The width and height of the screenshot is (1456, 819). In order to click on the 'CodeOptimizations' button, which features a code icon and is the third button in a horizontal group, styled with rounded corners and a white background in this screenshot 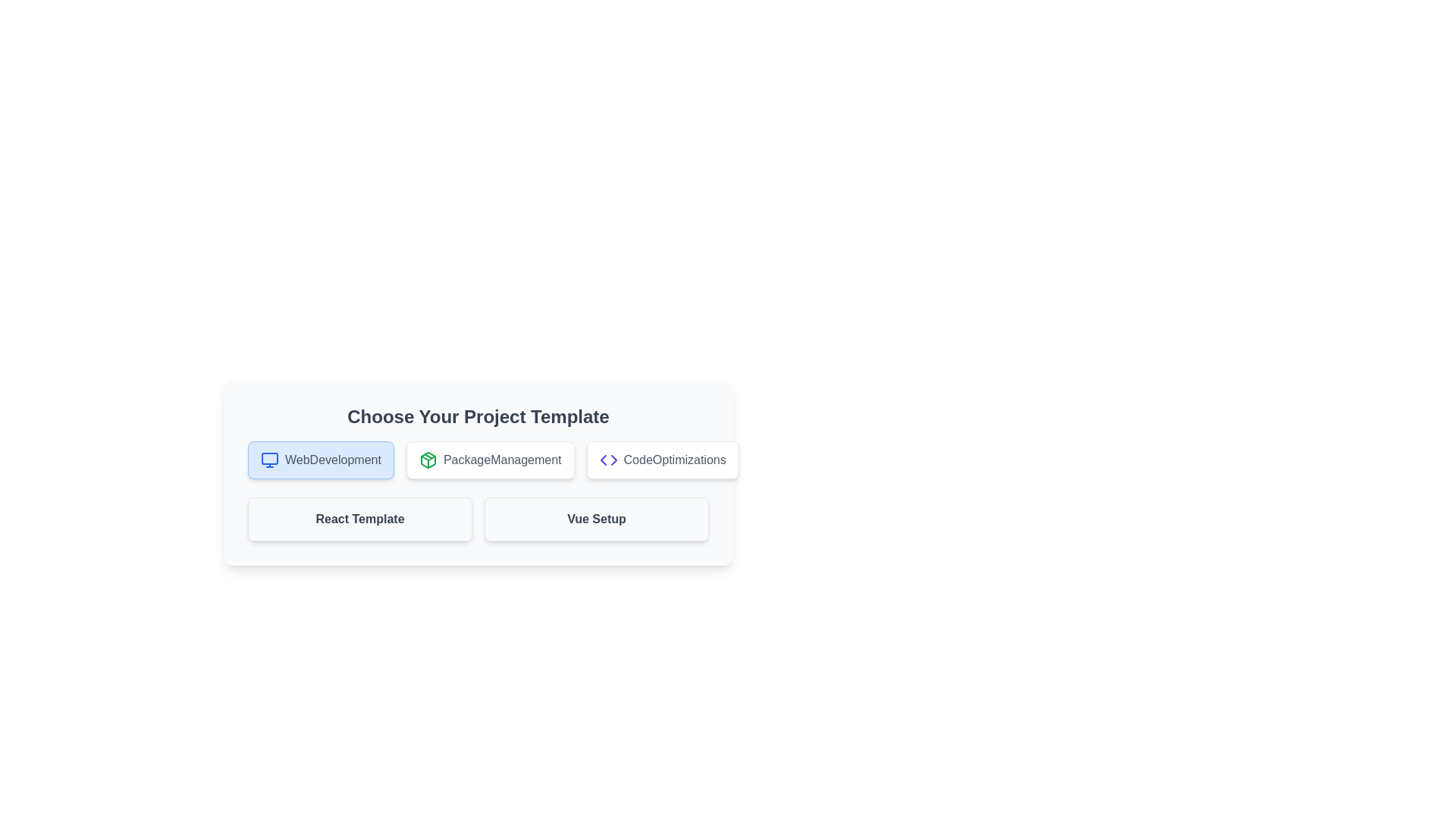, I will do `click(663, 459)`.